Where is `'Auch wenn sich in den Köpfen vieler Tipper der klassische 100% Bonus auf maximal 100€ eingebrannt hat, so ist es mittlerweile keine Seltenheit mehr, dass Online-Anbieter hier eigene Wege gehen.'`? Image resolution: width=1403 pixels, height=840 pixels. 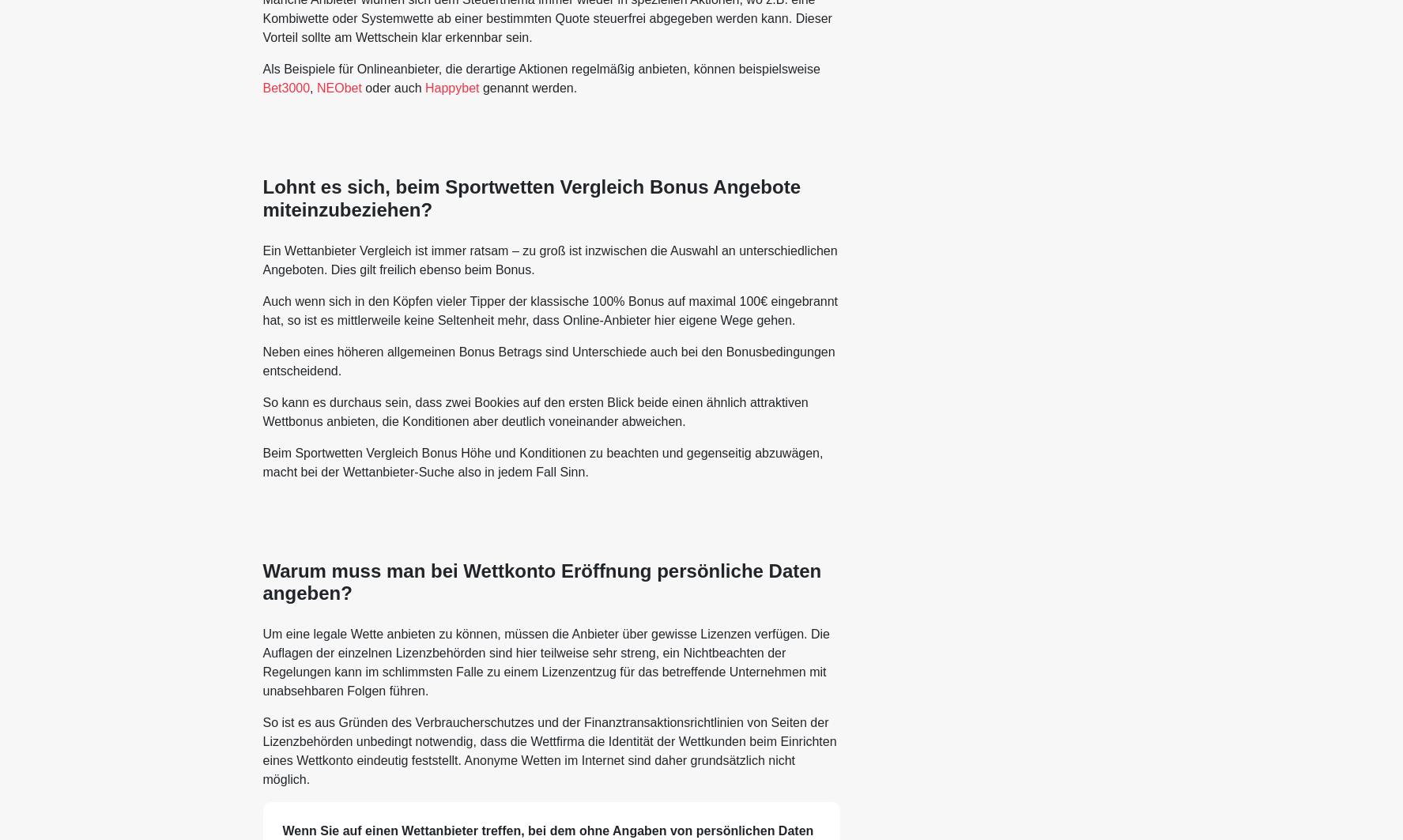
'Auch wenn sich in den Köpfen vieler Tipper der klassische 100% Bonus auf maximal 100€ eingebrannt hat, so ist es mittlerweile keine Seltenheit mehr, dass Online-Anbieter hier eigene Wege gehen.' is located at coordinates (549, 310).